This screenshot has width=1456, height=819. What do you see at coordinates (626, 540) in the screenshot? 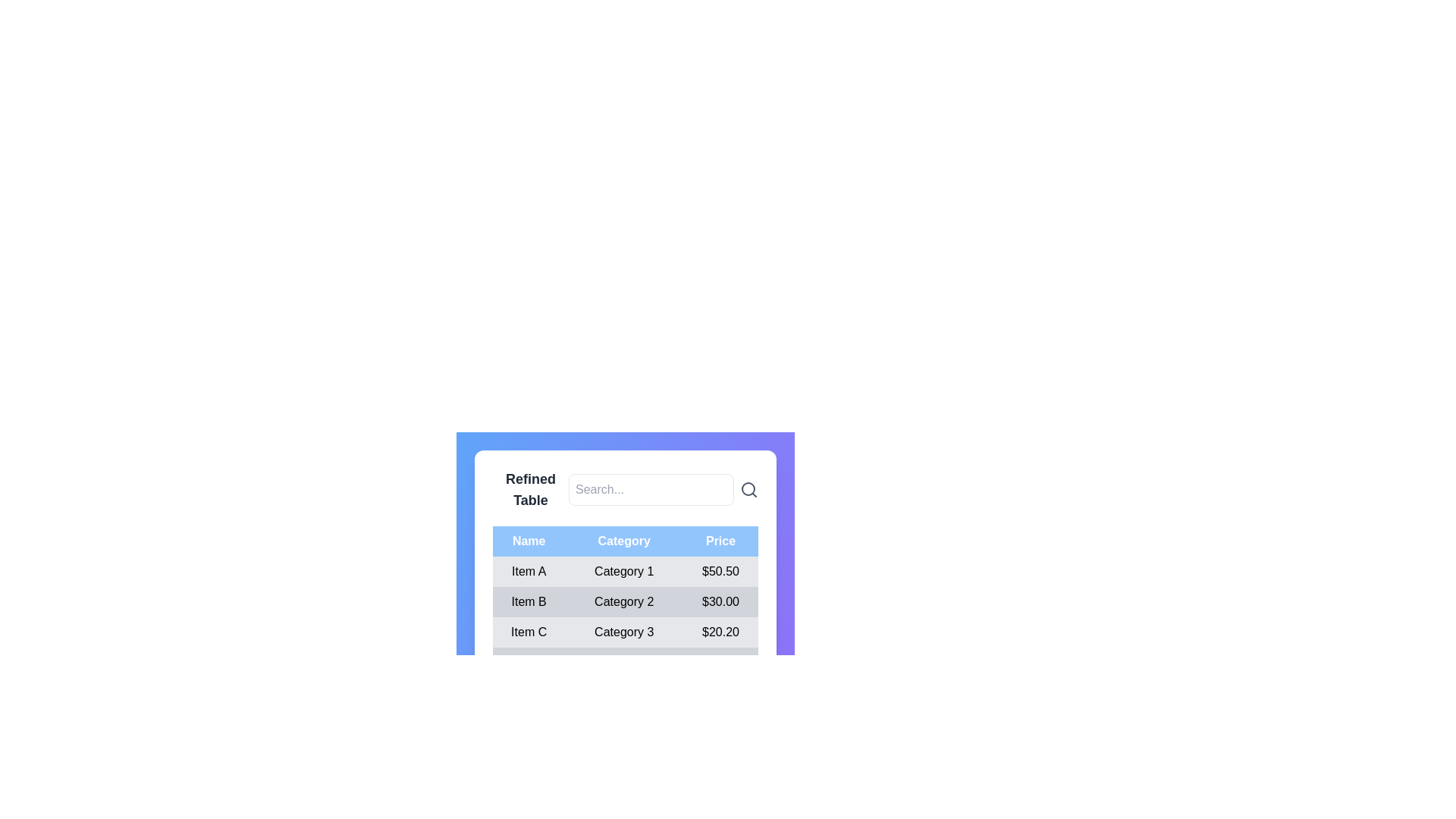
I see `the Table Header Row which includes the labels 'Name,' 'Category,' and 'Price' for the respective columns of the table` at bounding box center [626, 540].